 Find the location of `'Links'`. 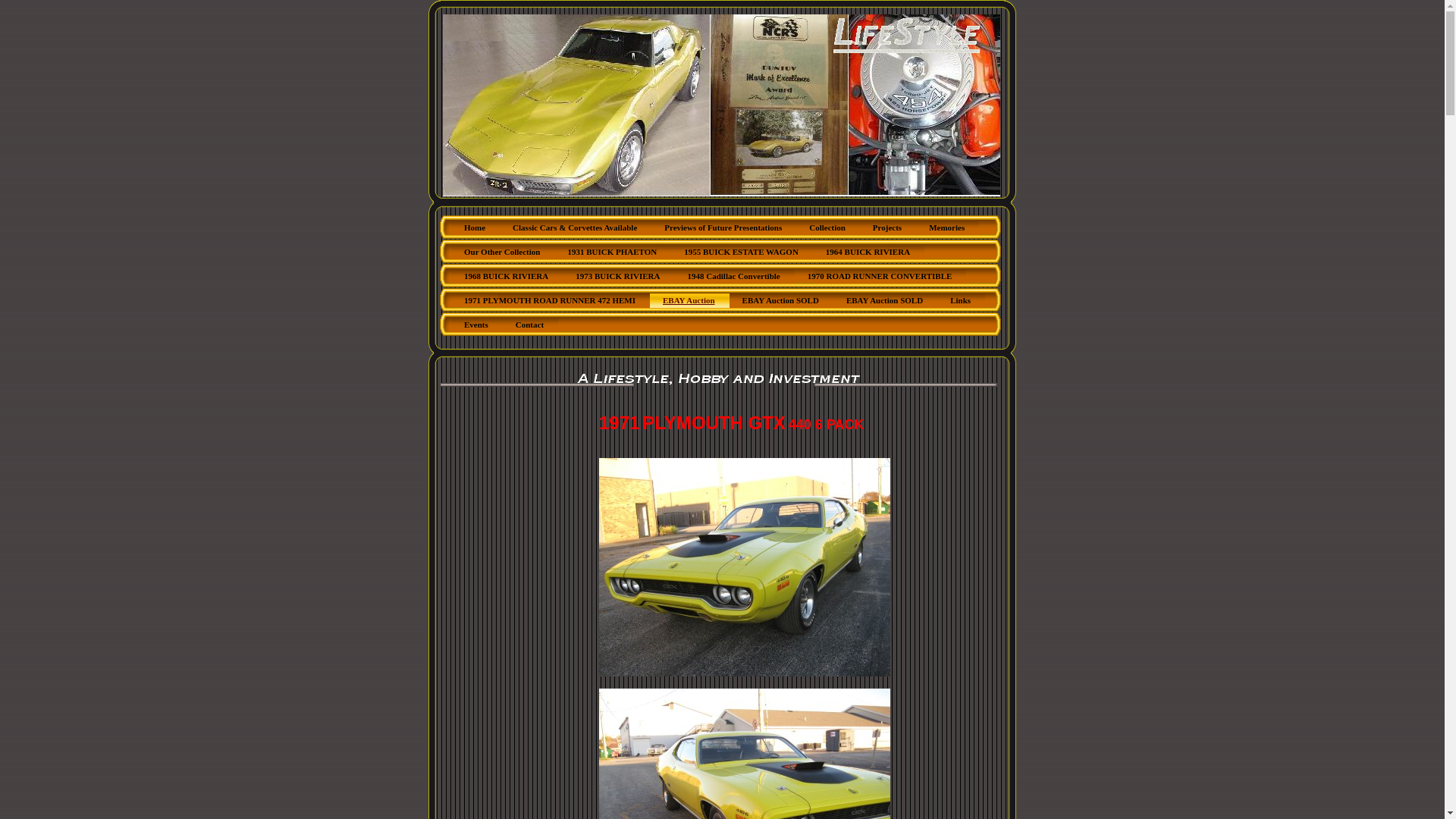

'Links' is located at coordinates (937, 301).